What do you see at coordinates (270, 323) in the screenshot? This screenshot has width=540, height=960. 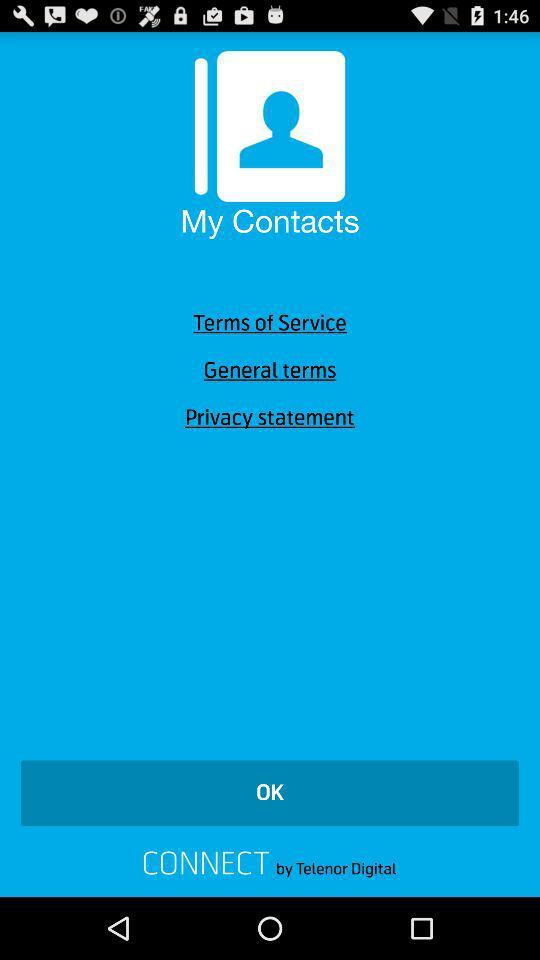 I see `the terms of service item` at bounding box center [270, 323].